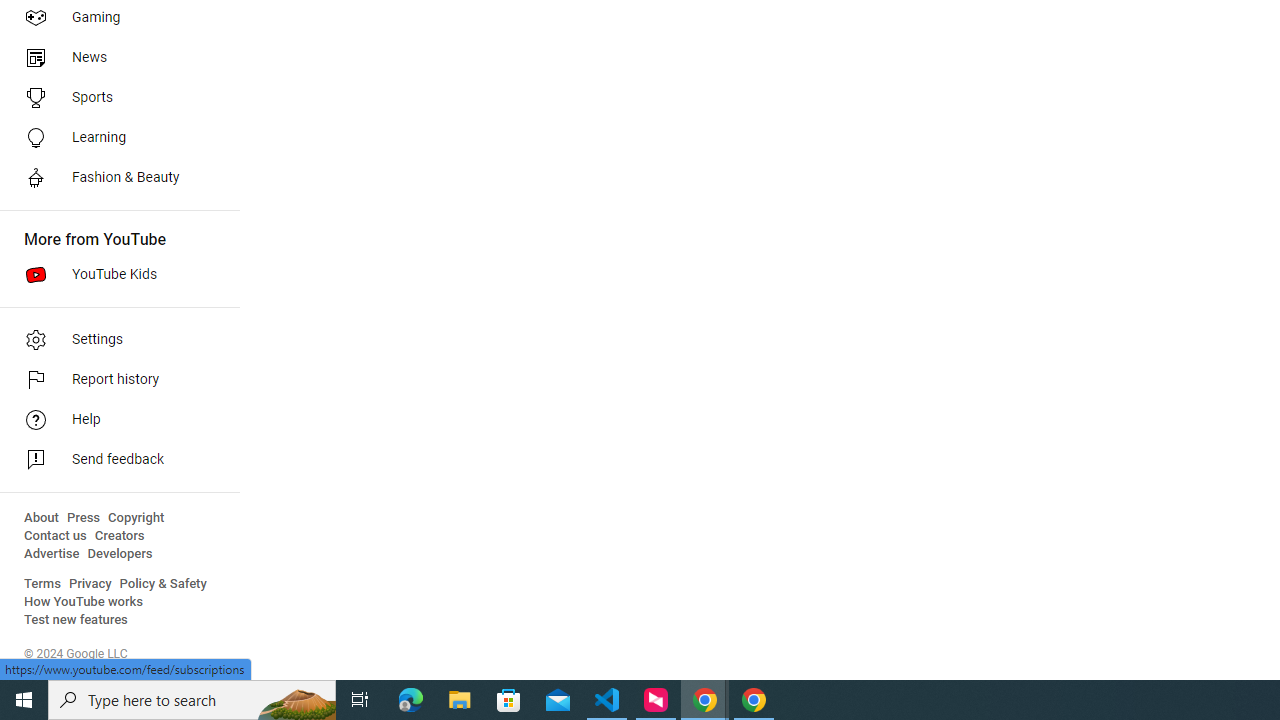 The width and height of the screenshot is (1280, 720). I want to click on 'News', so click(112, 56).